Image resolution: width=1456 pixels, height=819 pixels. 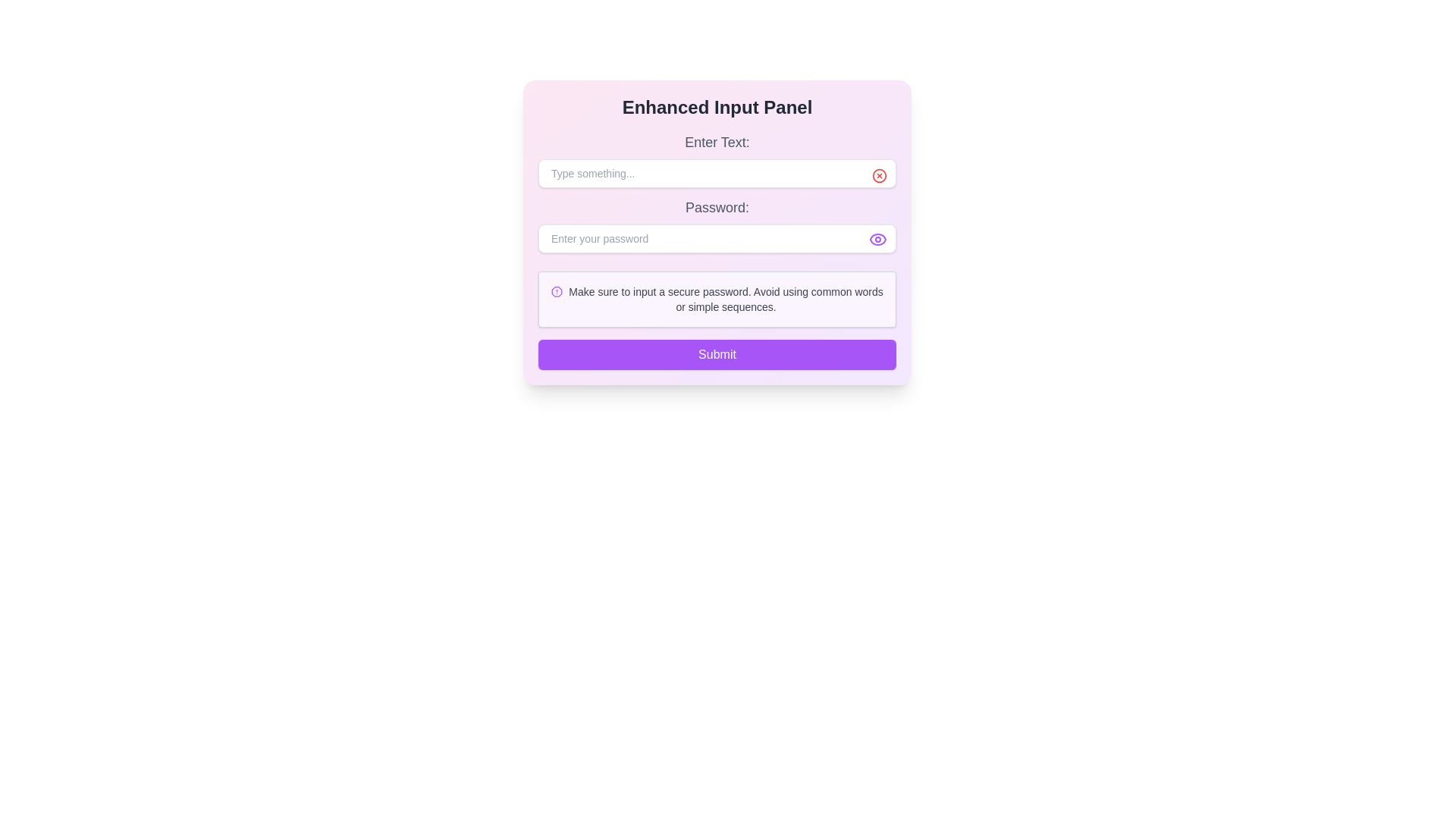 What do you see at coordinates (880, 174) in the screenshot?
I see `the keyboard navigation on the circular icon button with a red border and a cross-shaped symbol, located in the top-right corner of the input field labeled 'Type something...'` at bounding box center [880, 174].